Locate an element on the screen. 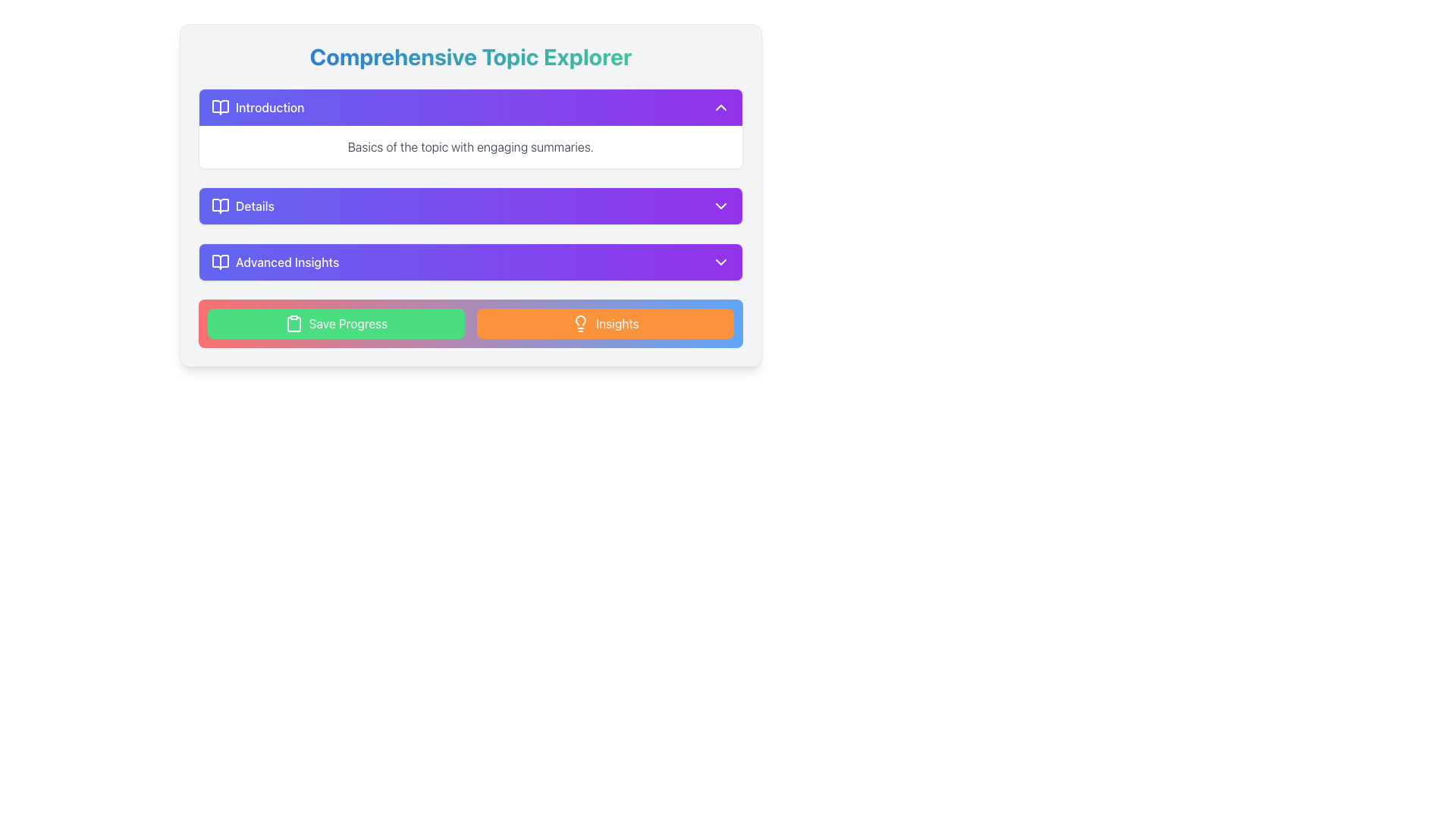 Image resolution: width=1456 pixels, height=819 pixels. the open book icon located slightly to the left of the center of the purple button labeled 'Details' is located at coordinates (220, 206).